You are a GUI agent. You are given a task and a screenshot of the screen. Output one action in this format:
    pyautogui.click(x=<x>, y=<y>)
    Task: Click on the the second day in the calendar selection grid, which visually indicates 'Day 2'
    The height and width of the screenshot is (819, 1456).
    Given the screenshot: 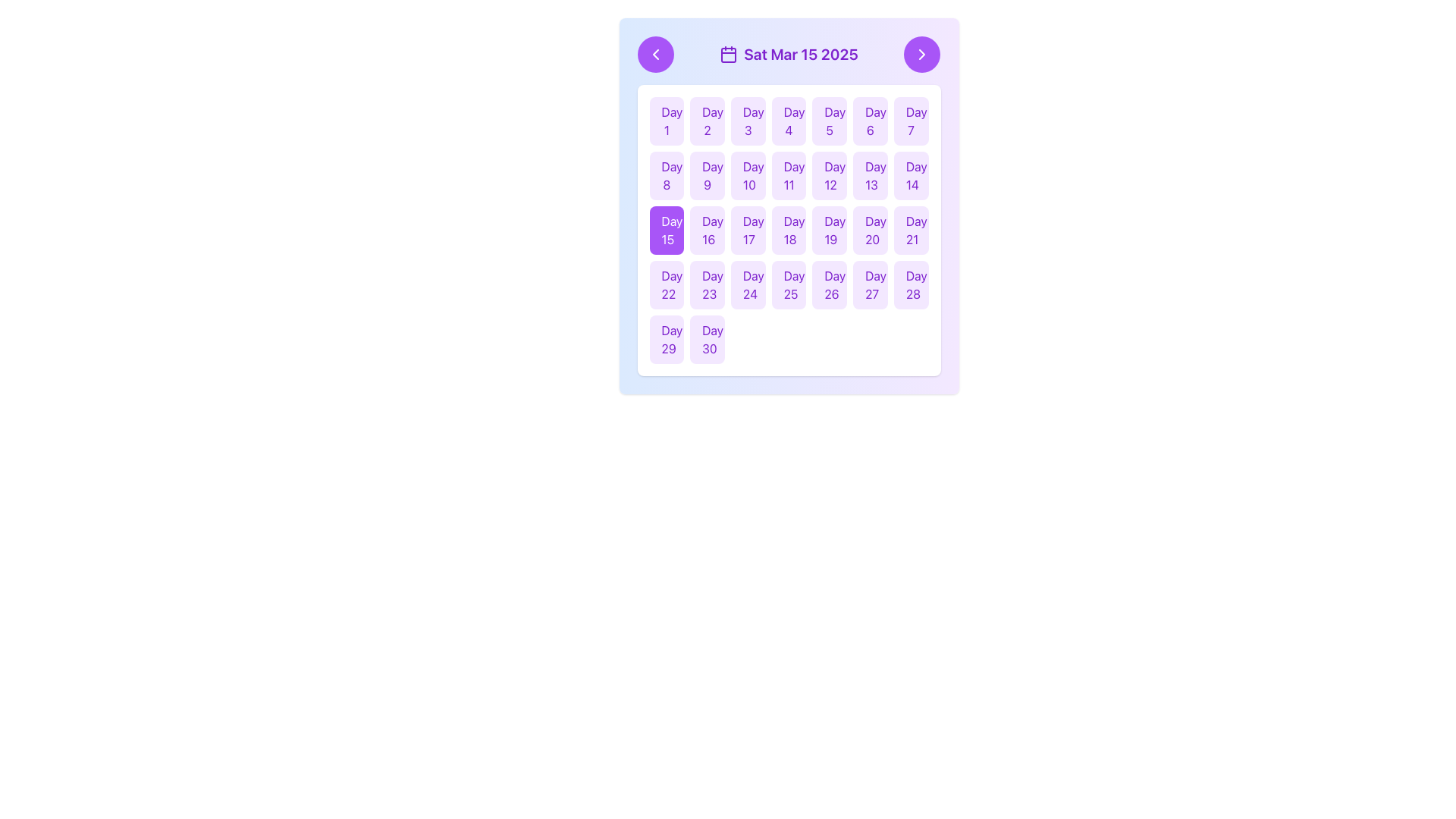 What is the action you would take?
    pyautogui.click(x=707, y=120)
    